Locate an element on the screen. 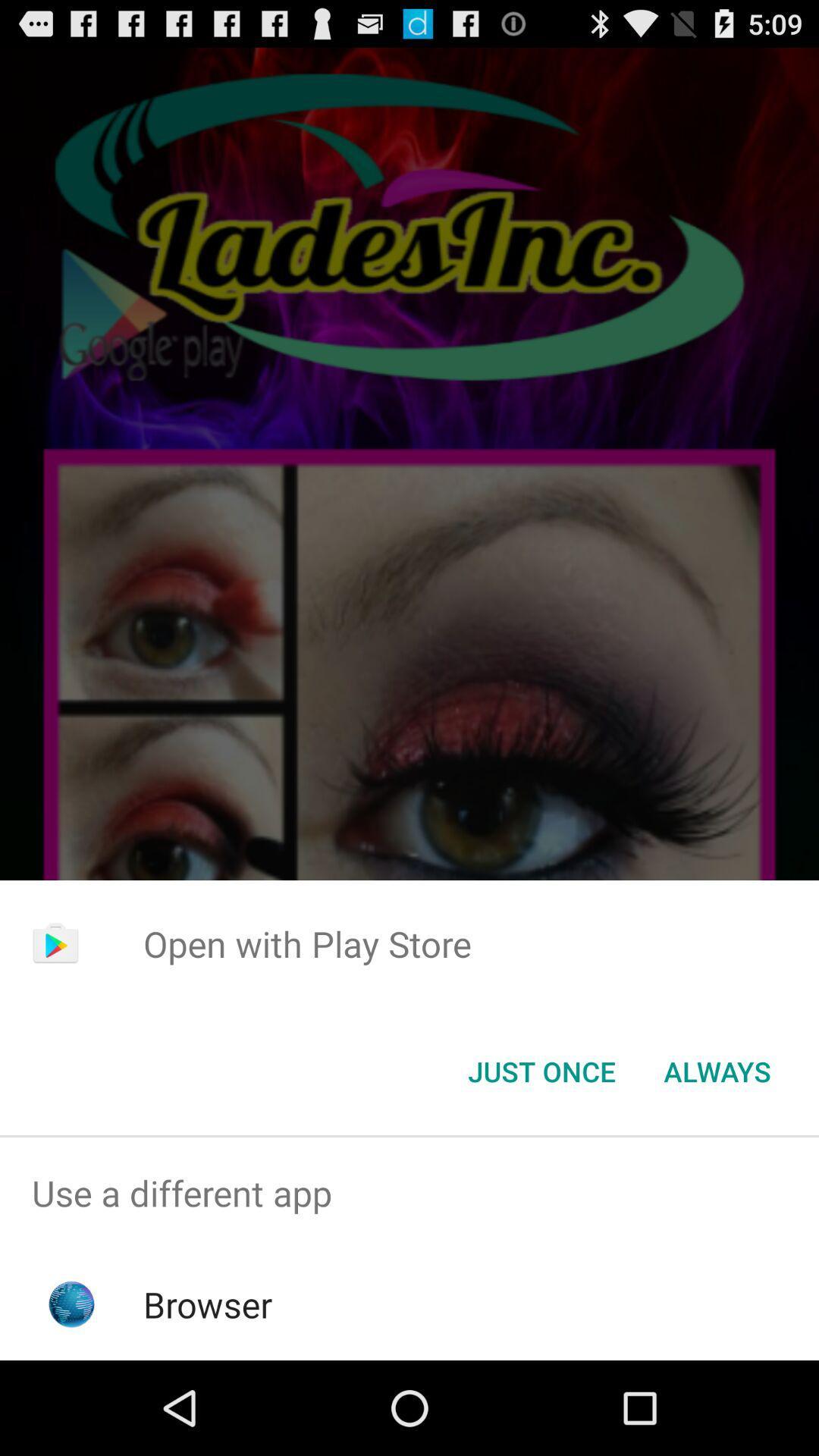 The height and width of the screenshot is (1456, 819). the item below the use a different icon is located at coordinates (208, 1304).